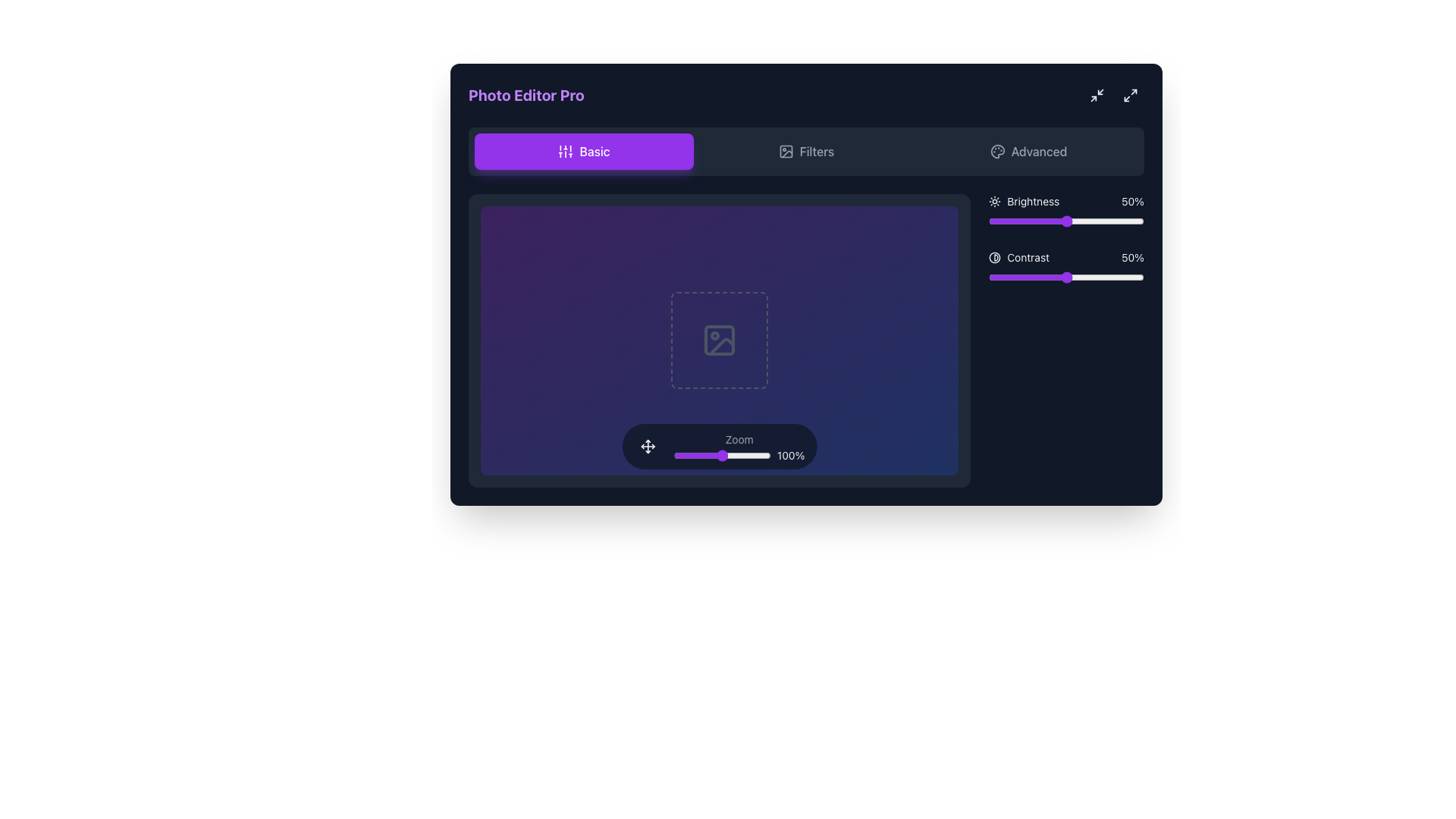  What do you see at coordinates (689, 454) in the screenshot?
I see `the zoom level` at bounding box center [689, 454].